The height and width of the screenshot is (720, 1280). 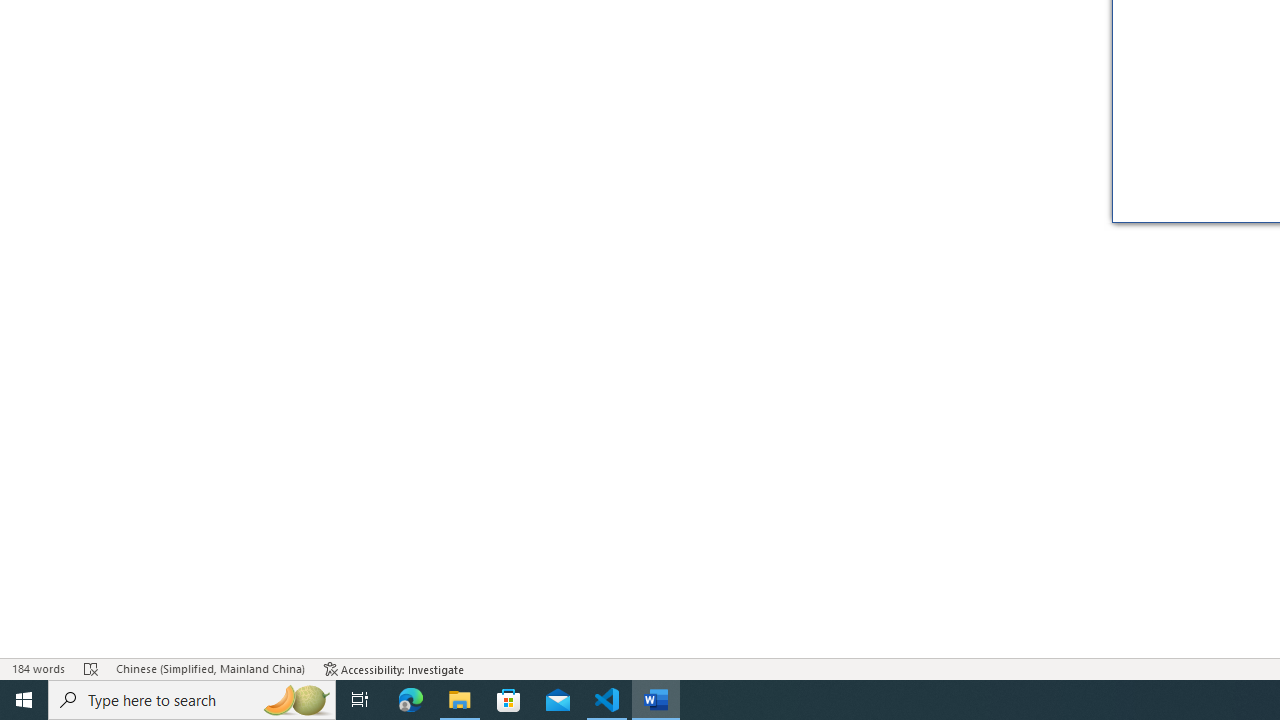 What do you see at coordinates (509, 698) in the screenshot?
I see `'Microsoft Store'` at bounding box center [509, 698].